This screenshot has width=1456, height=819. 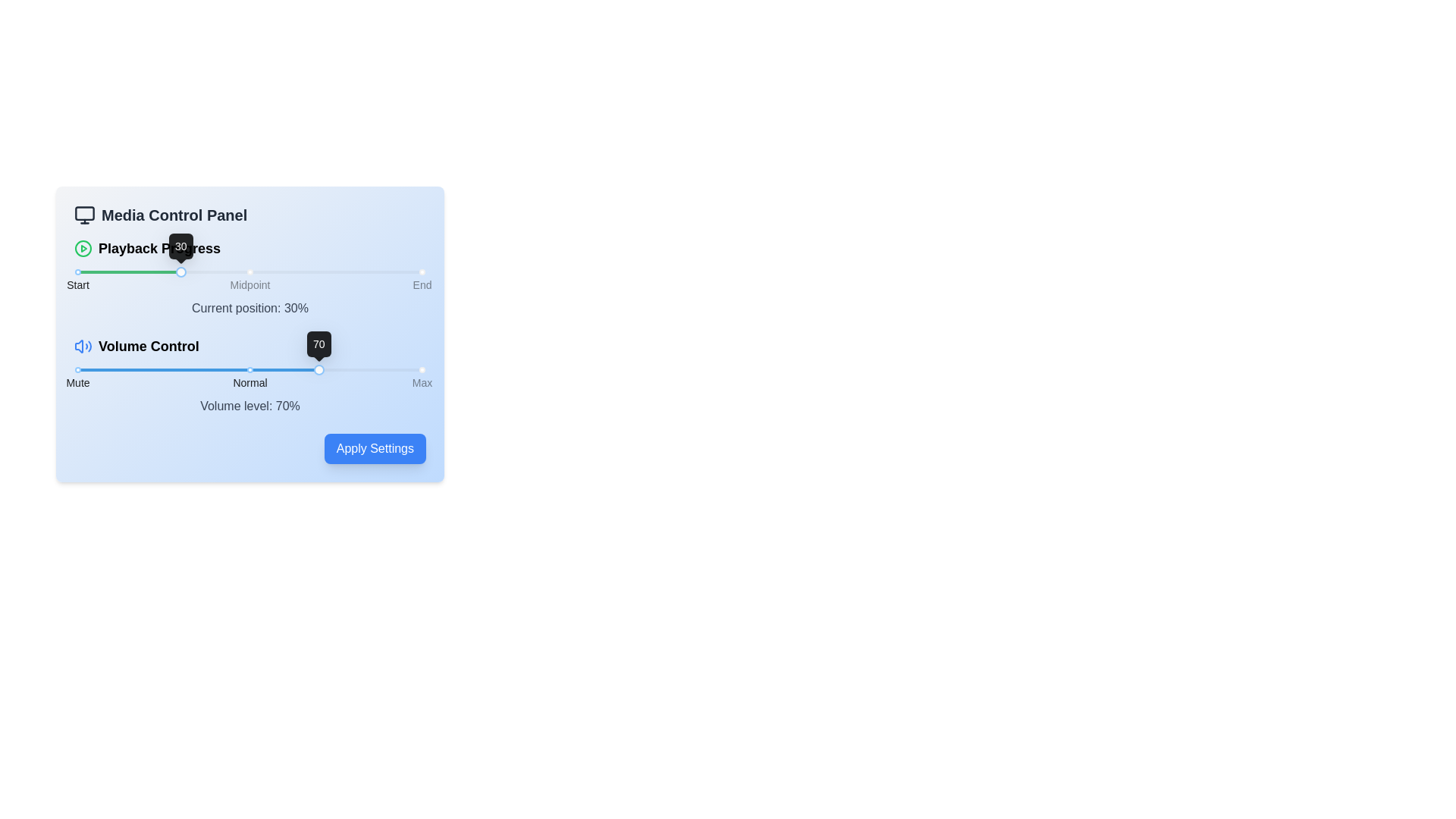 I want to click on the slider, so click(x=133, y=370).